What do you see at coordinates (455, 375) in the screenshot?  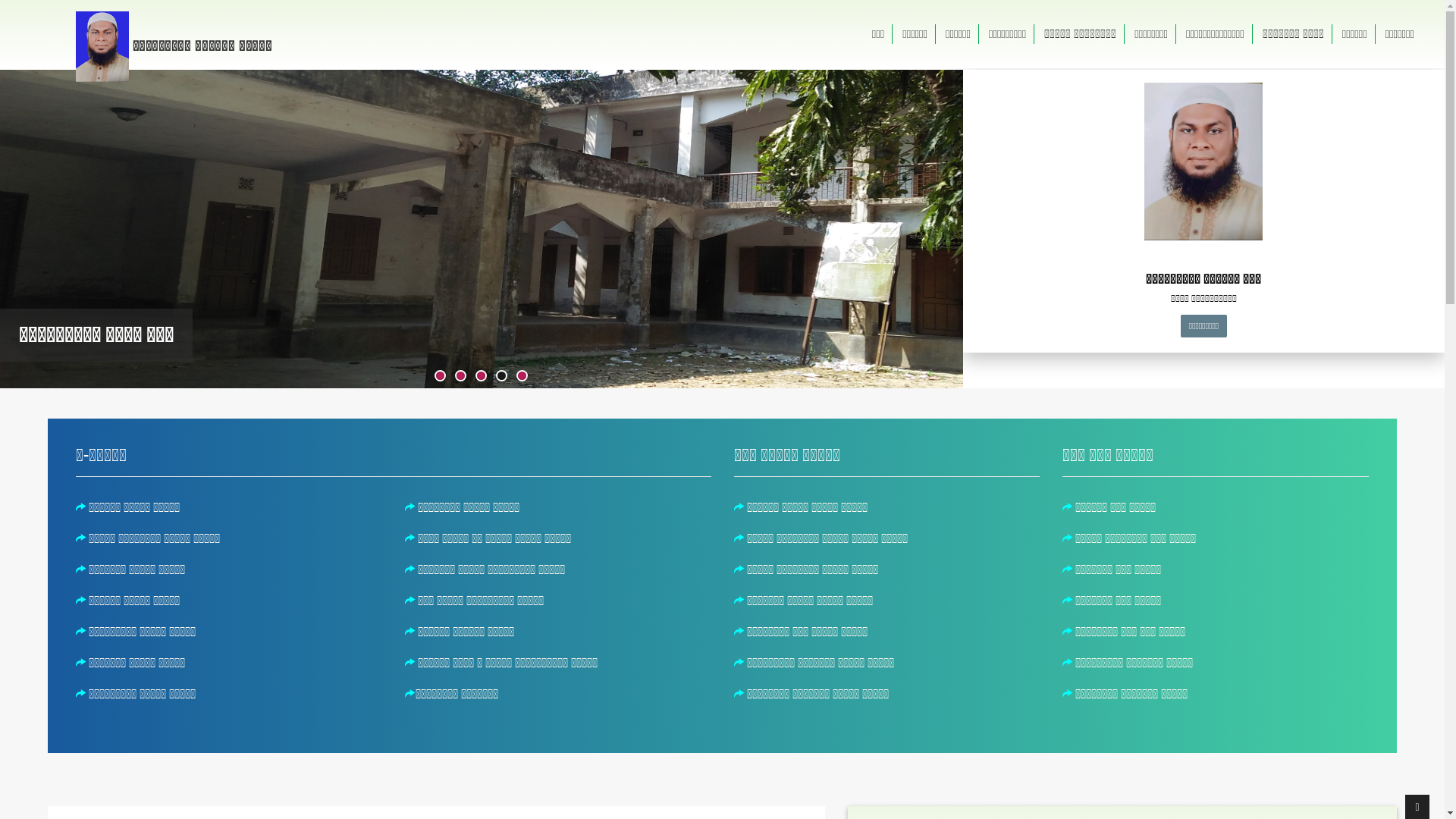 I see `'2'` at bounding box center [455, 375].